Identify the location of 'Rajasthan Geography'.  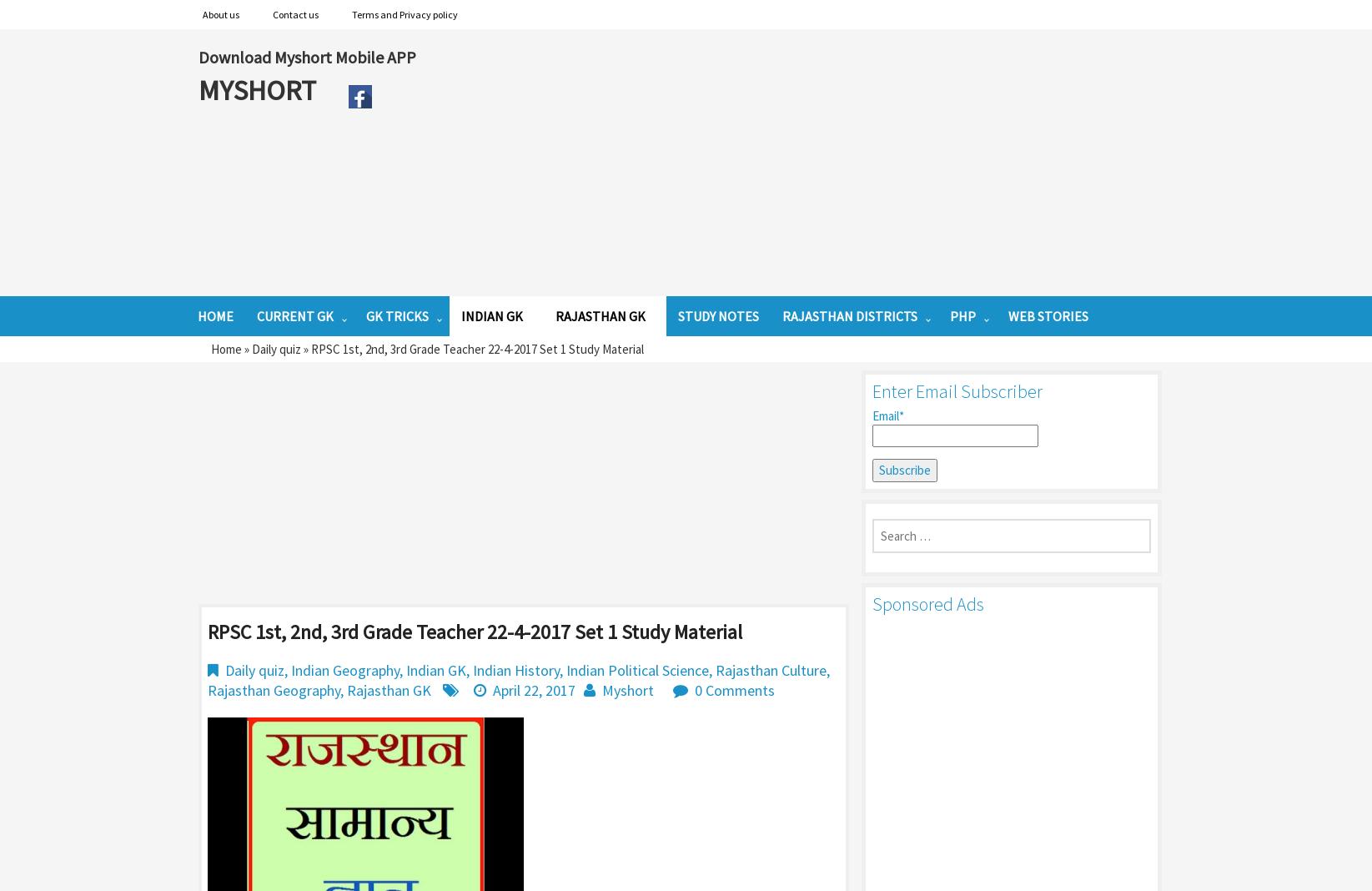
(273, 688).